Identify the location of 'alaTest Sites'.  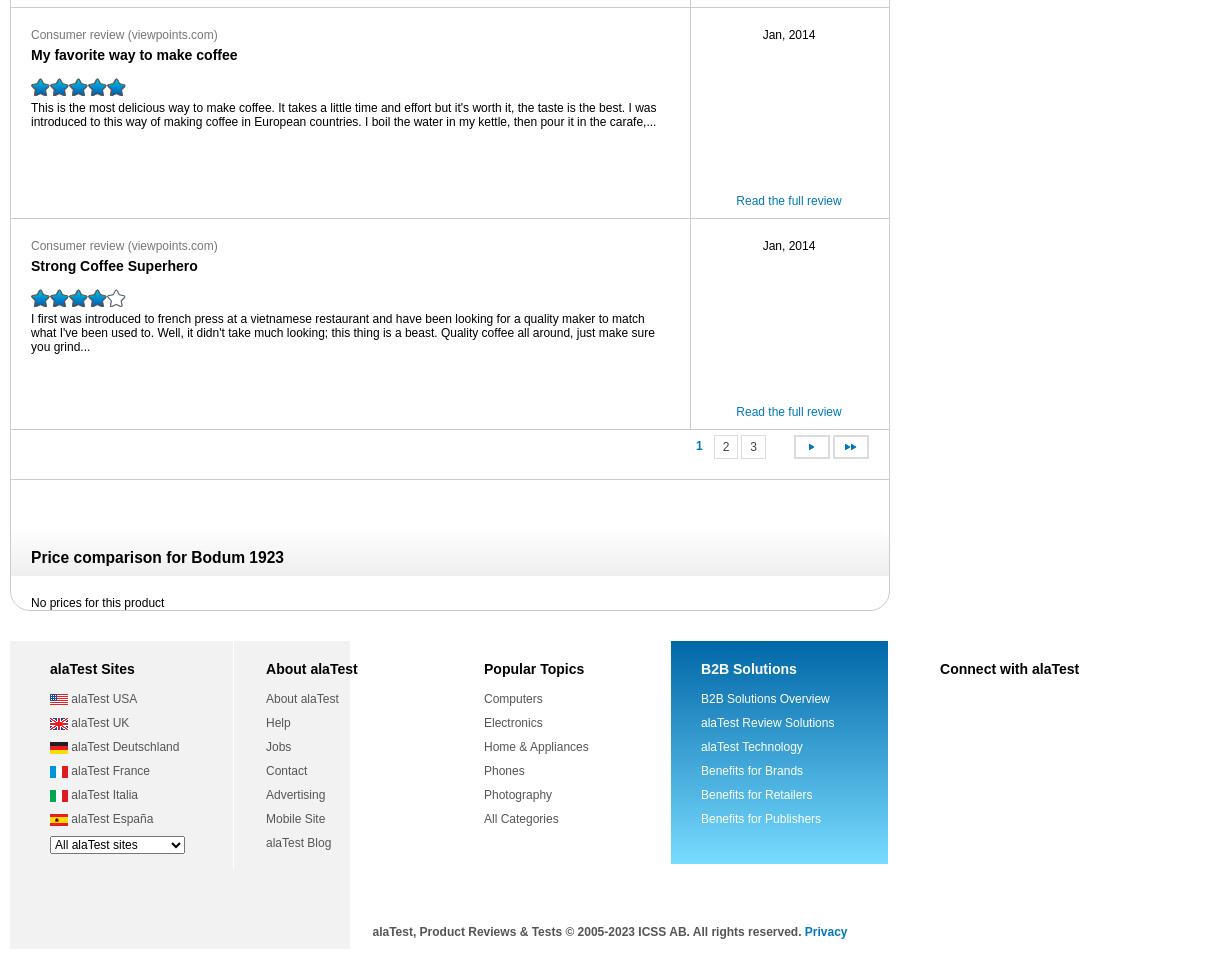
(48, 668).